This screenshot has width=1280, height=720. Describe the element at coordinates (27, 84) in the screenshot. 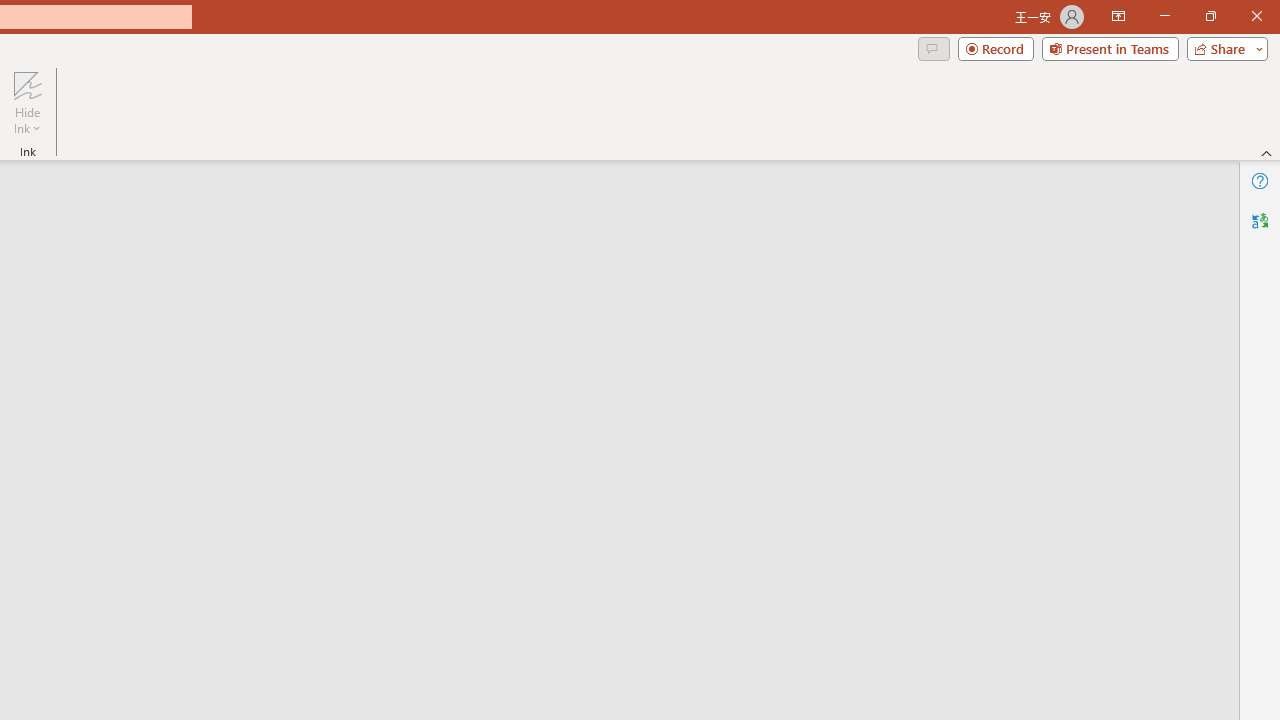

I see `'Hide Ink'` at that location.